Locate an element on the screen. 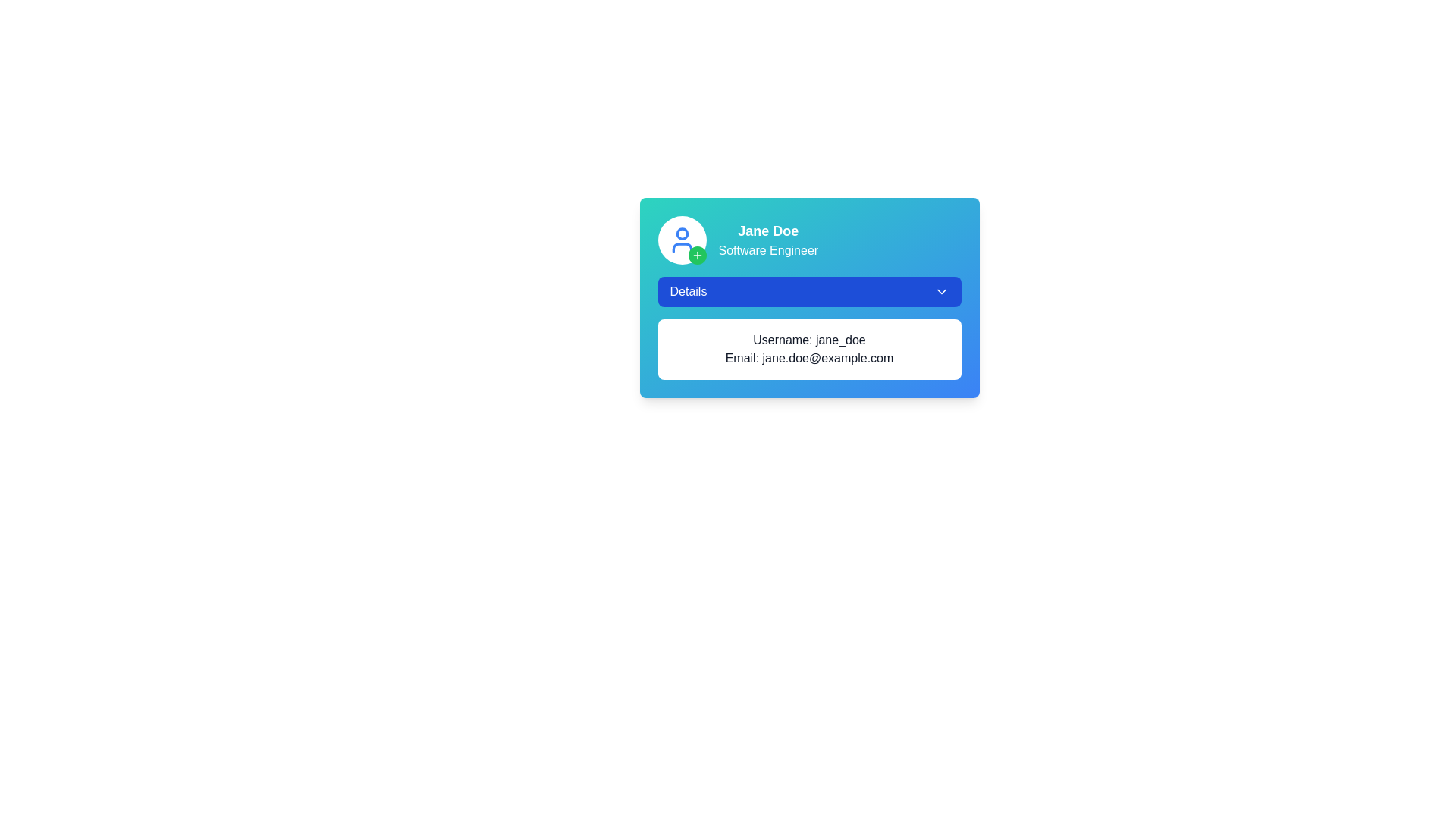 Image resolution: width=1456 pixels, height=819 pixels. the chevron icon located to the far right of the 'Details' button is located at coordinates (940, 292).